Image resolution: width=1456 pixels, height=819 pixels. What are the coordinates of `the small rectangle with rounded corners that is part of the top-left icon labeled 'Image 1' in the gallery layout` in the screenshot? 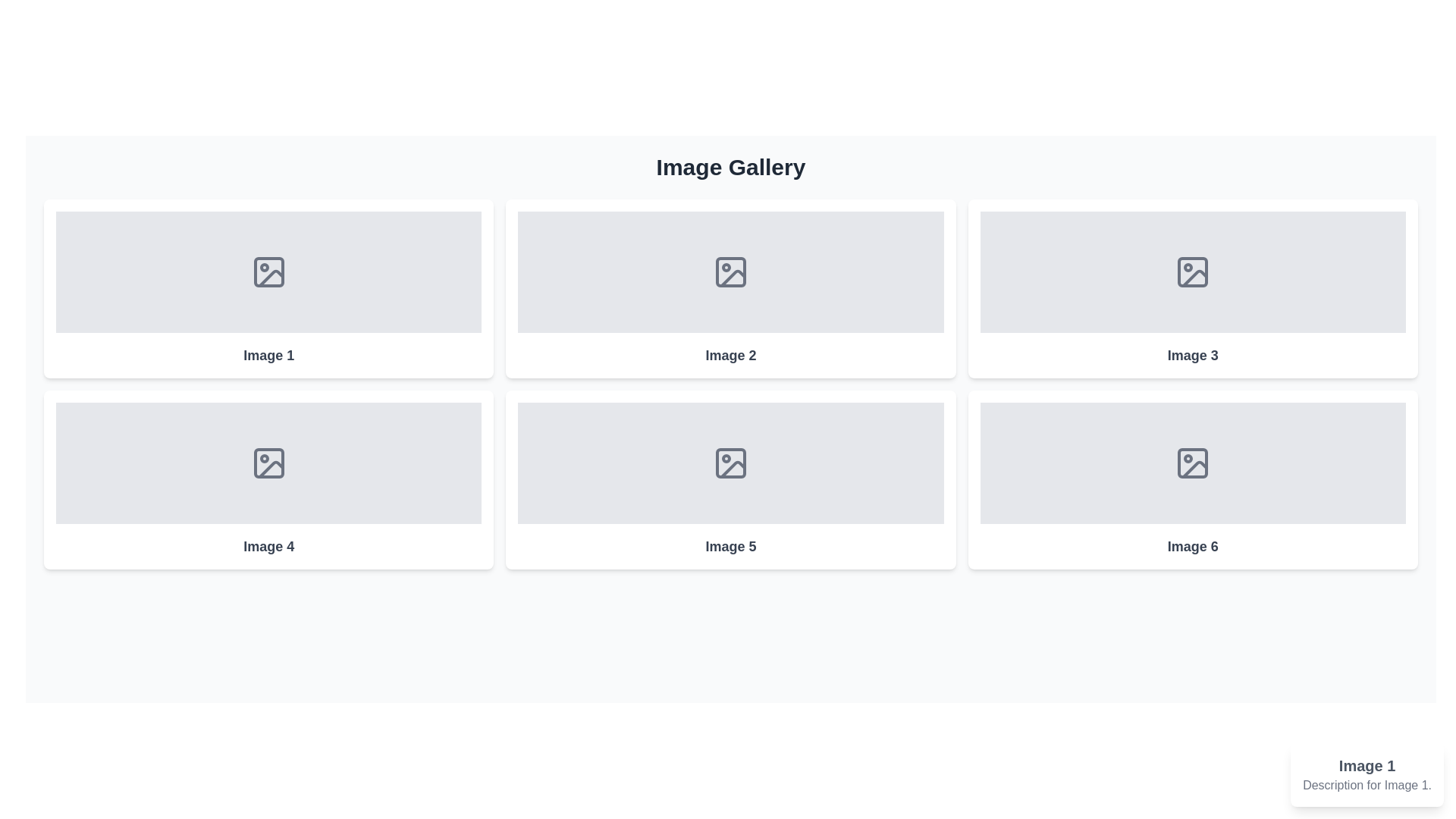 It's located at (268, 271).